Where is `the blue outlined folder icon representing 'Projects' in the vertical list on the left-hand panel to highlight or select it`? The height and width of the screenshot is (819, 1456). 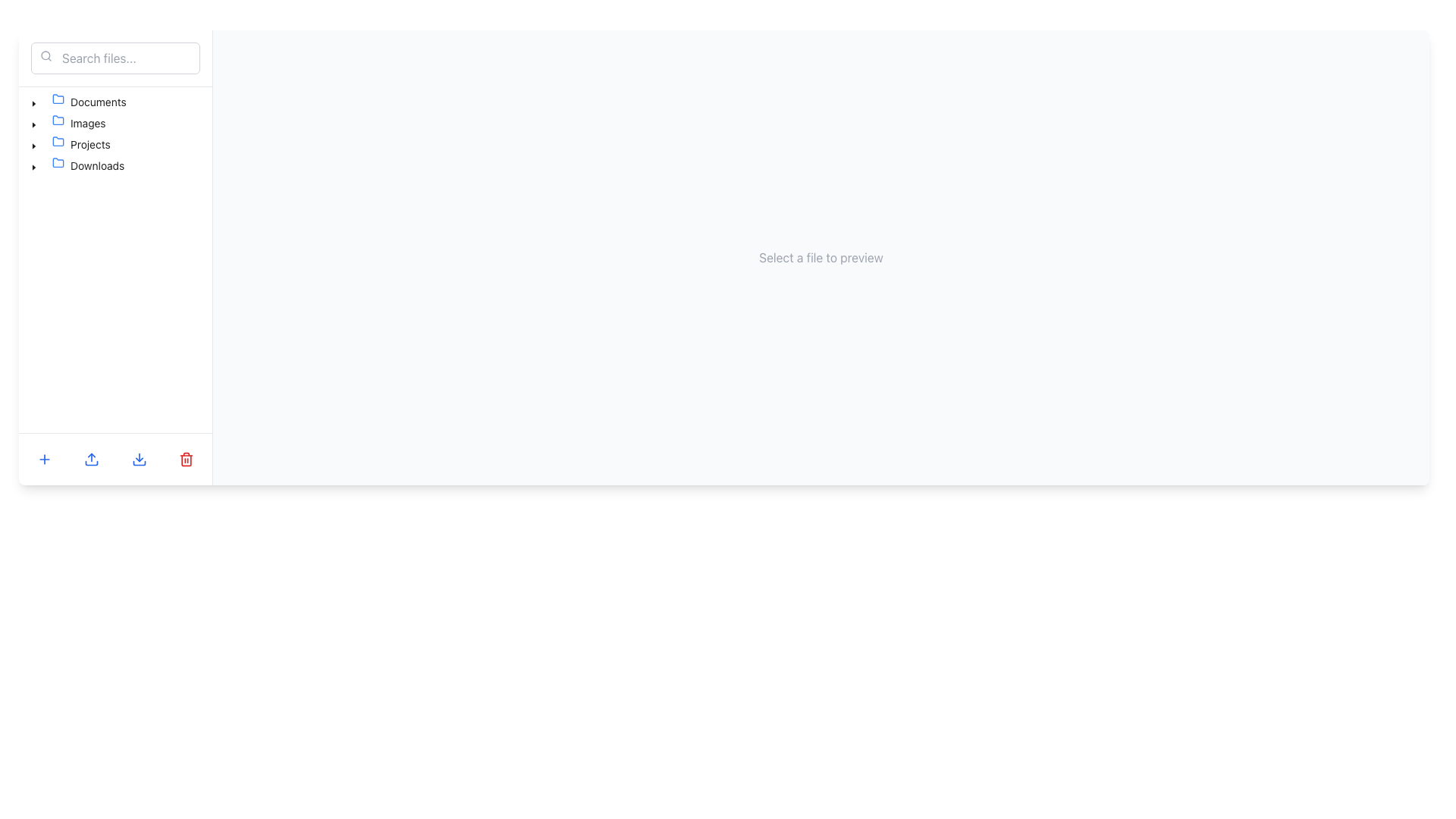 the blue outlined folder icon representing 'Projects' in the vertical list on the left-hand panel to highlight or select it is located at coordinates (58, 141).